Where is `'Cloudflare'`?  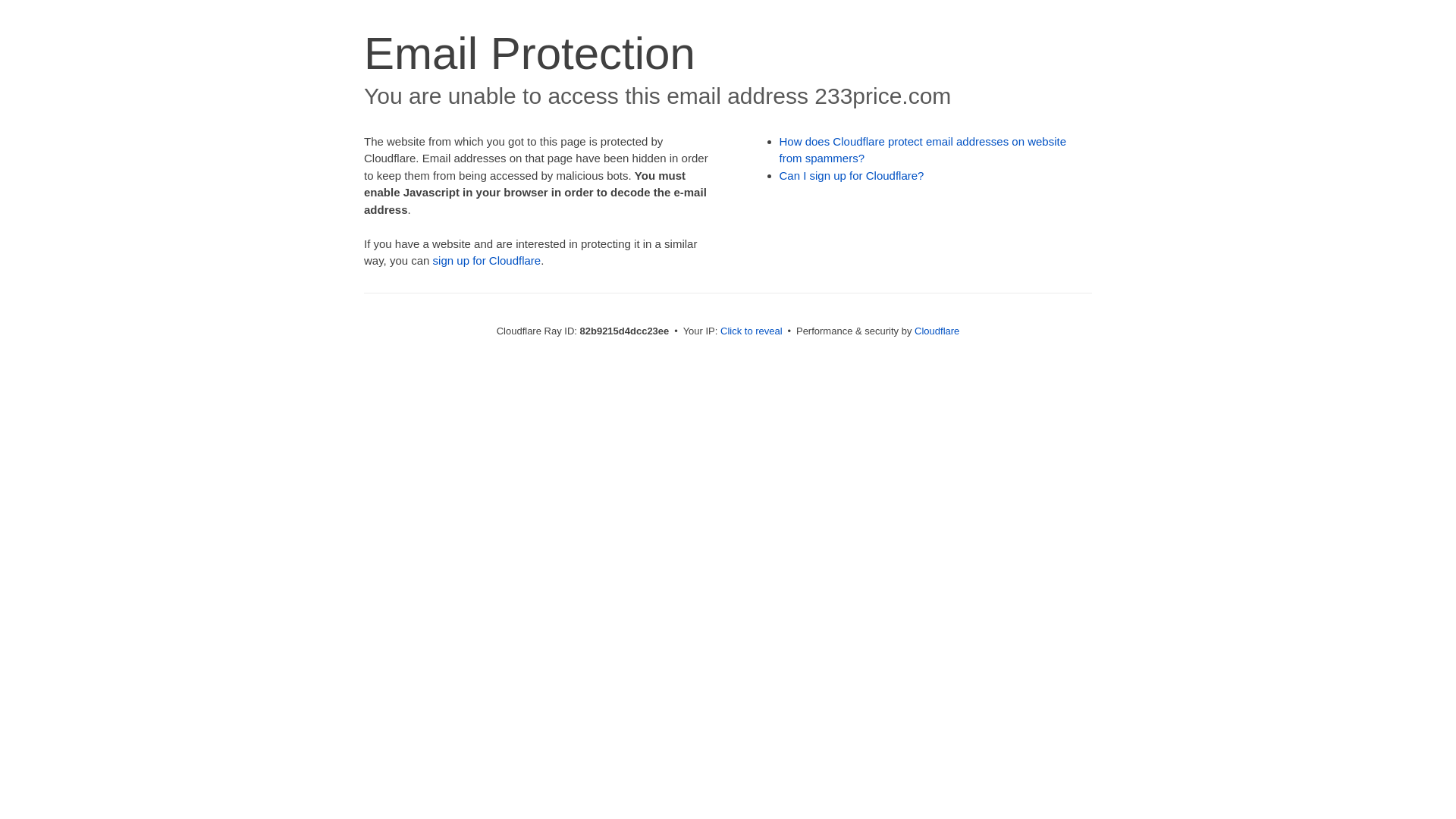 'Cloudflare' is located at coordinates (936, 330).